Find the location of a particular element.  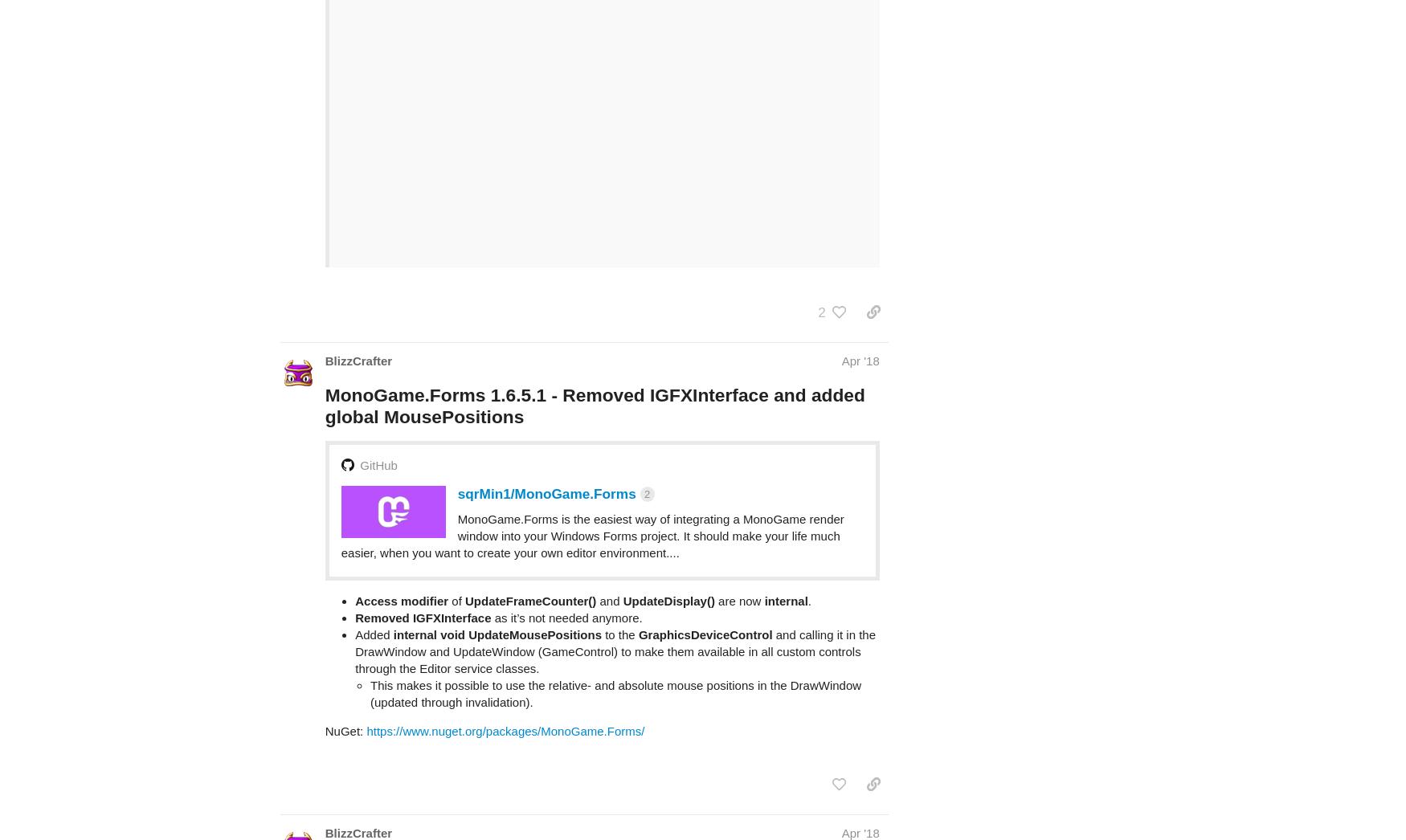

'internal void UpdateMousePositions' is located at coordinates (497, 571).